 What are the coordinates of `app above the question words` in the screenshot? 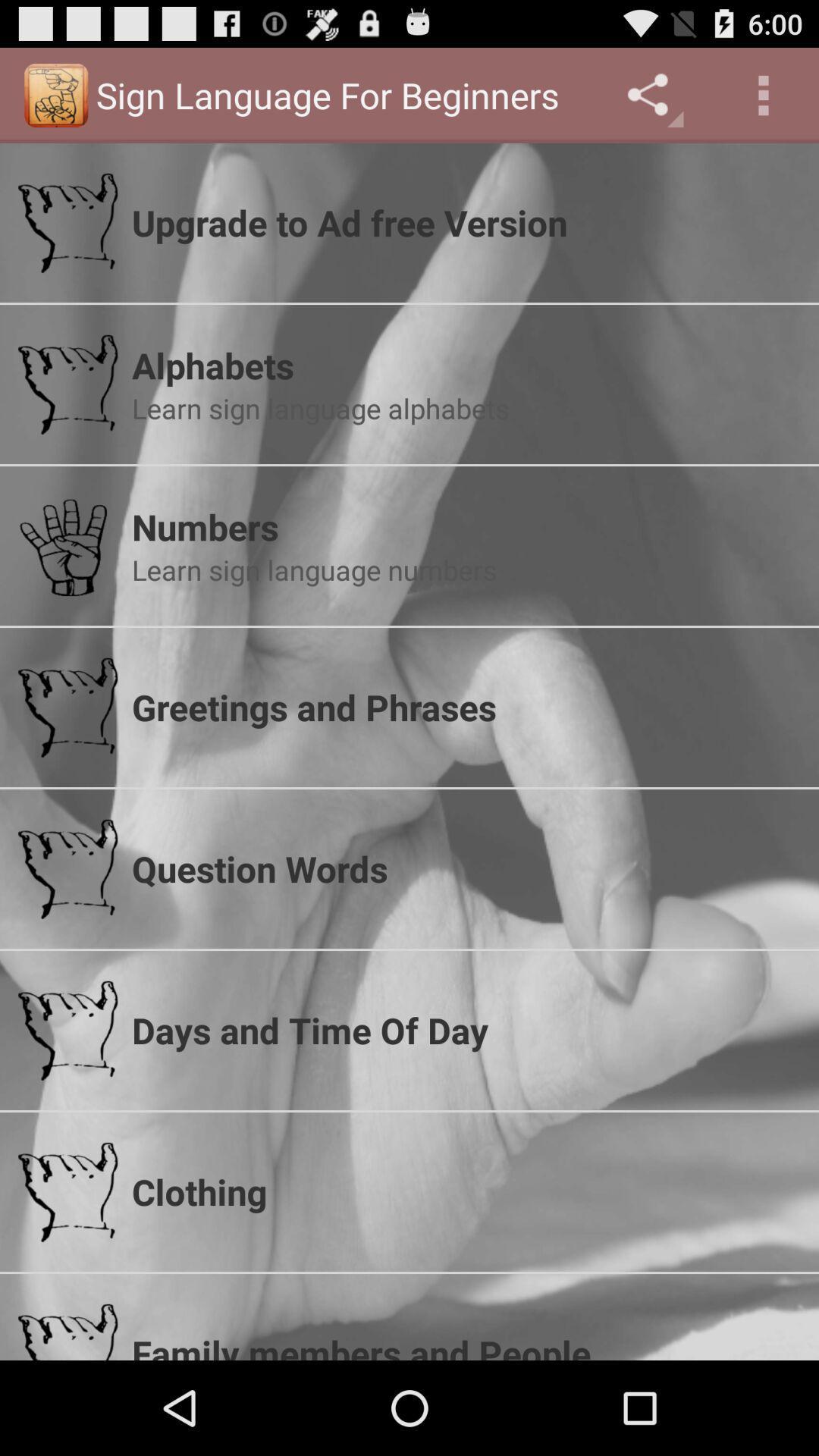 It's located at (465, 706).